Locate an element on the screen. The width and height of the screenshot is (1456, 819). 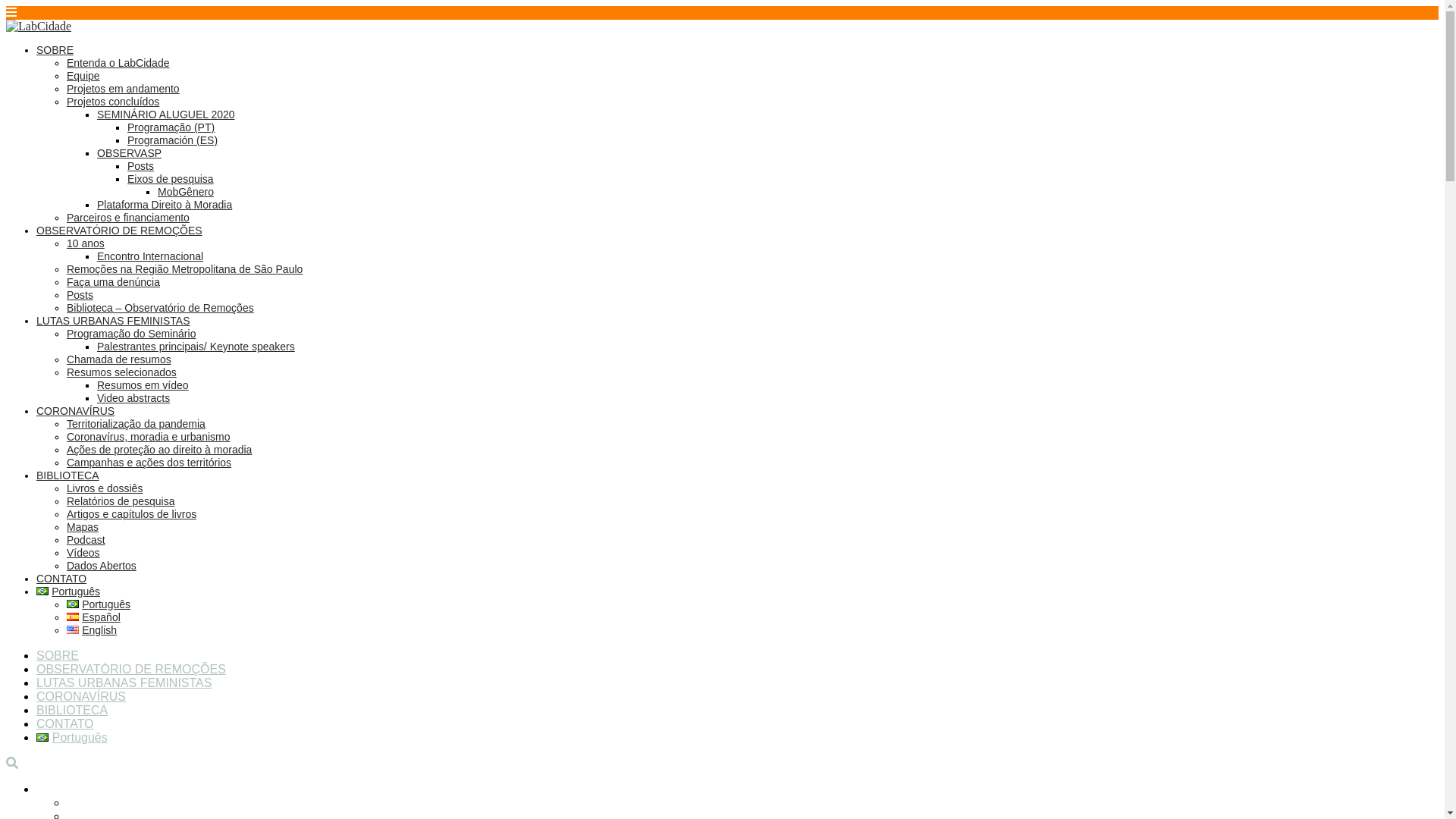
'Parceiros e financiamento' is located at coordinates (127, 217).